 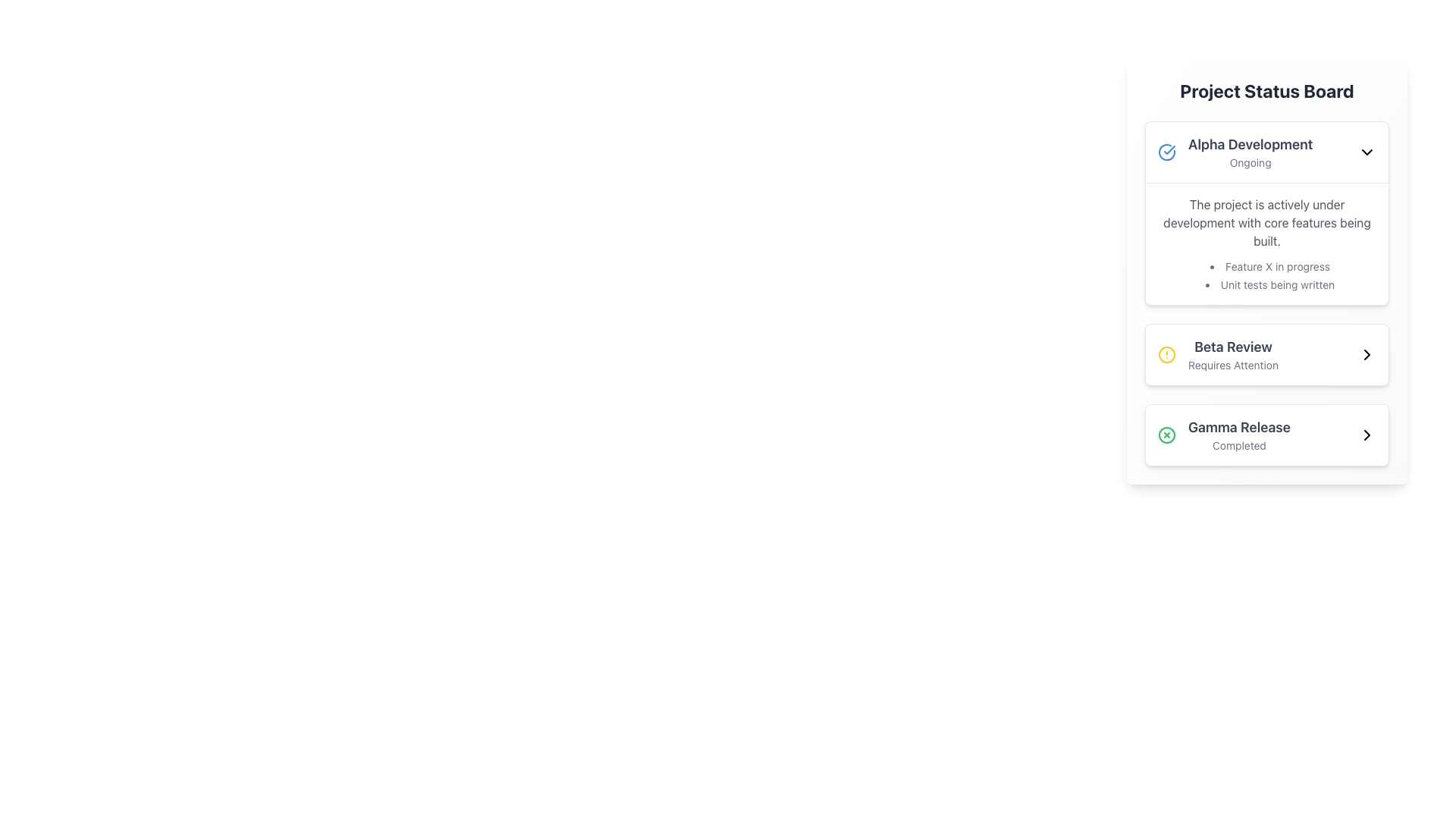 I want to click on the circle with a checkmark icon indicating a completed status for the 'Alpha Development' label, so click(x=1166, y=152).